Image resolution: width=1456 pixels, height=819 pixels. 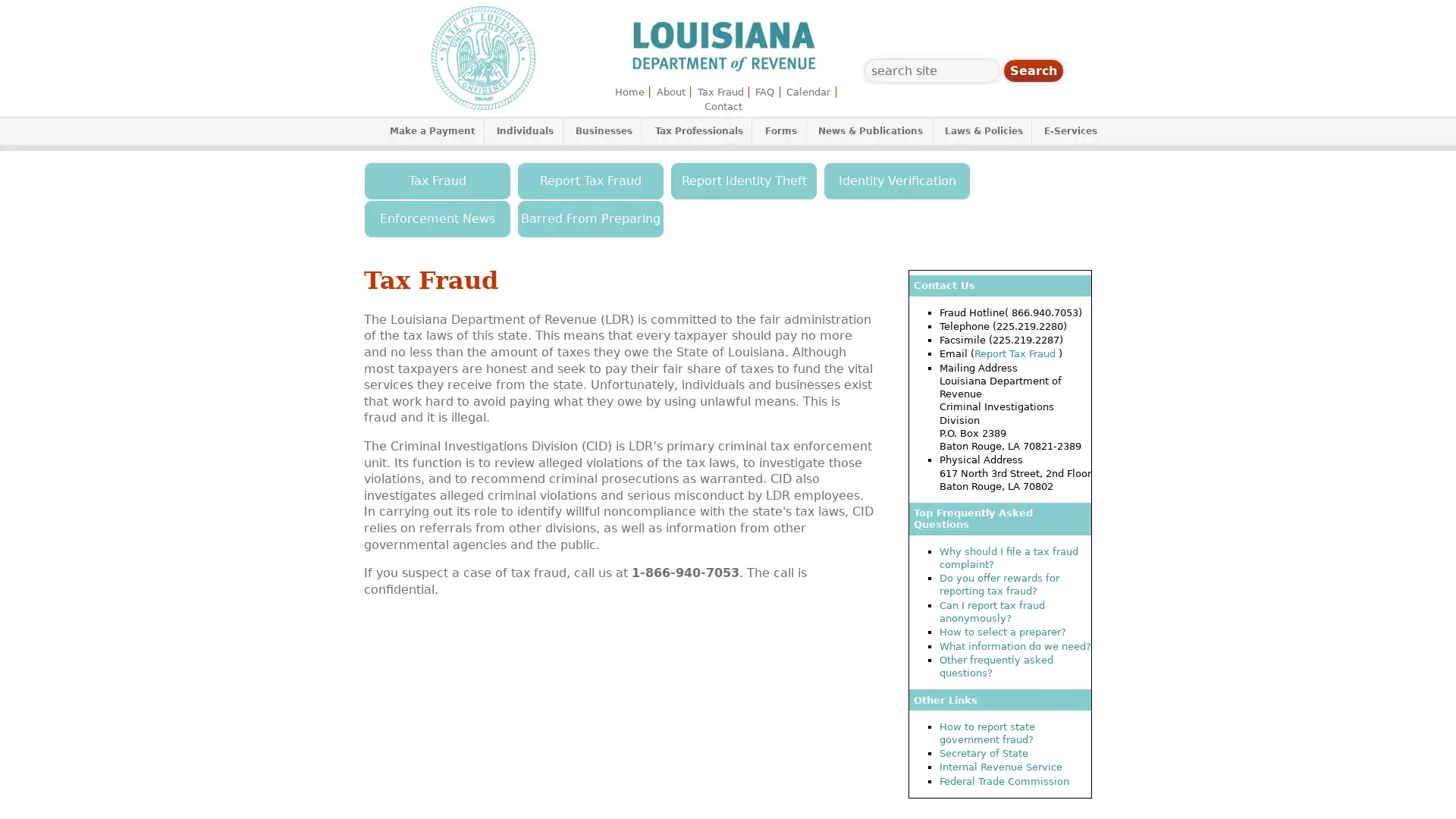 I want to click on Search, so click(x=1033, y=71).